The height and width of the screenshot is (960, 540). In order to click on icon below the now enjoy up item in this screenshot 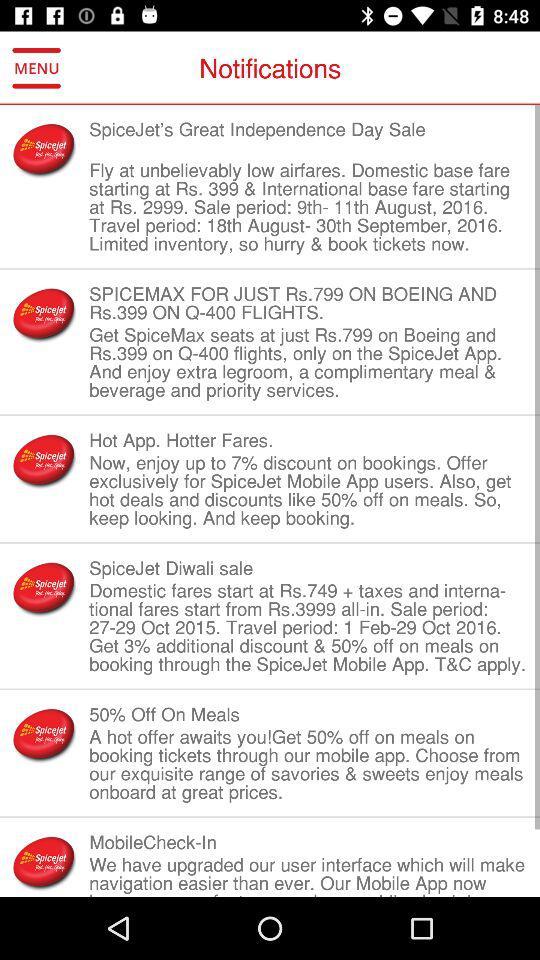, I will do `click(308, 568)`.